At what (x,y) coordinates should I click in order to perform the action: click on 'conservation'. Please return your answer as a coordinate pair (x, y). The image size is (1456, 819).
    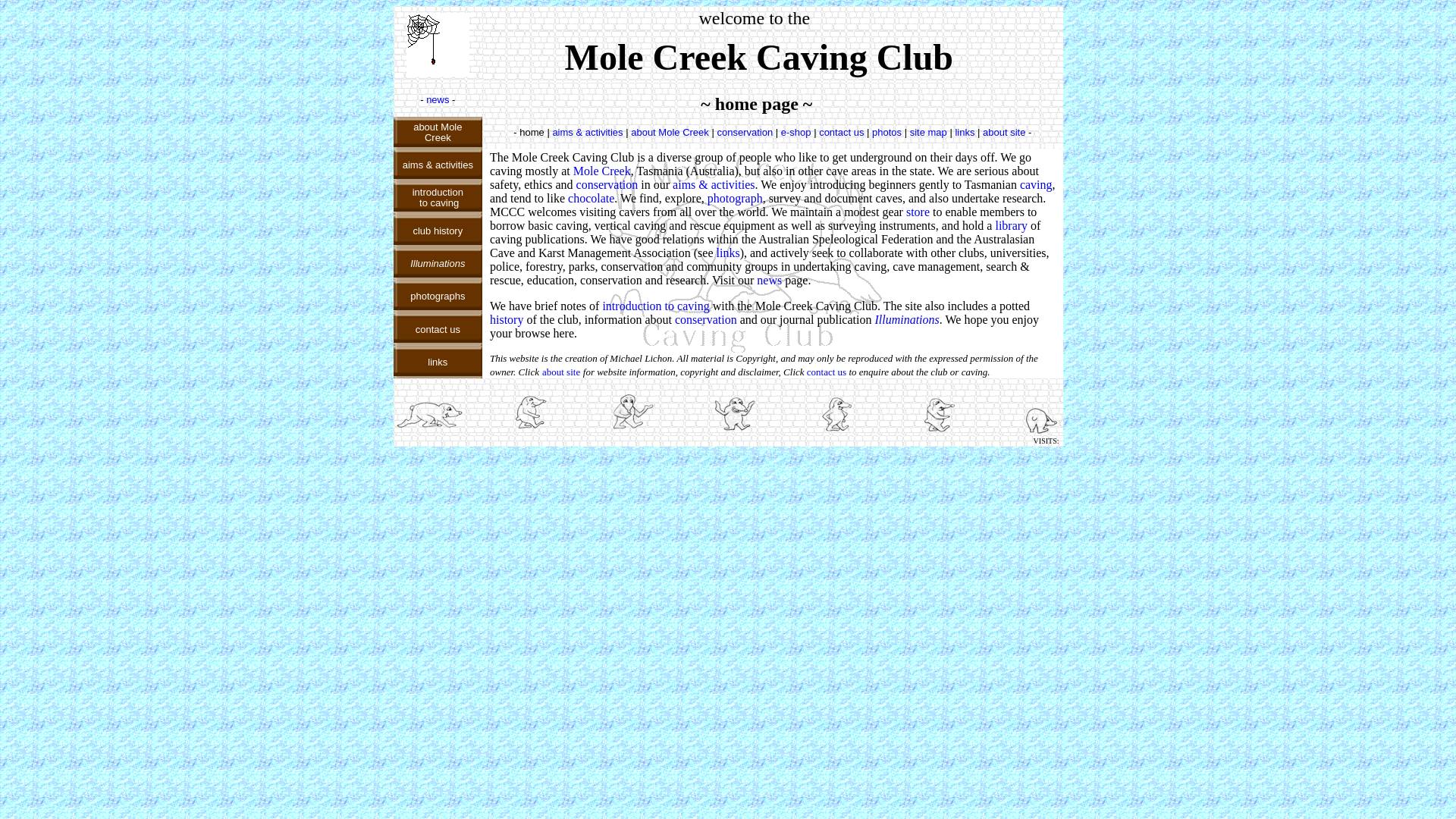
    Looking at the image, I should click on (673, 318).